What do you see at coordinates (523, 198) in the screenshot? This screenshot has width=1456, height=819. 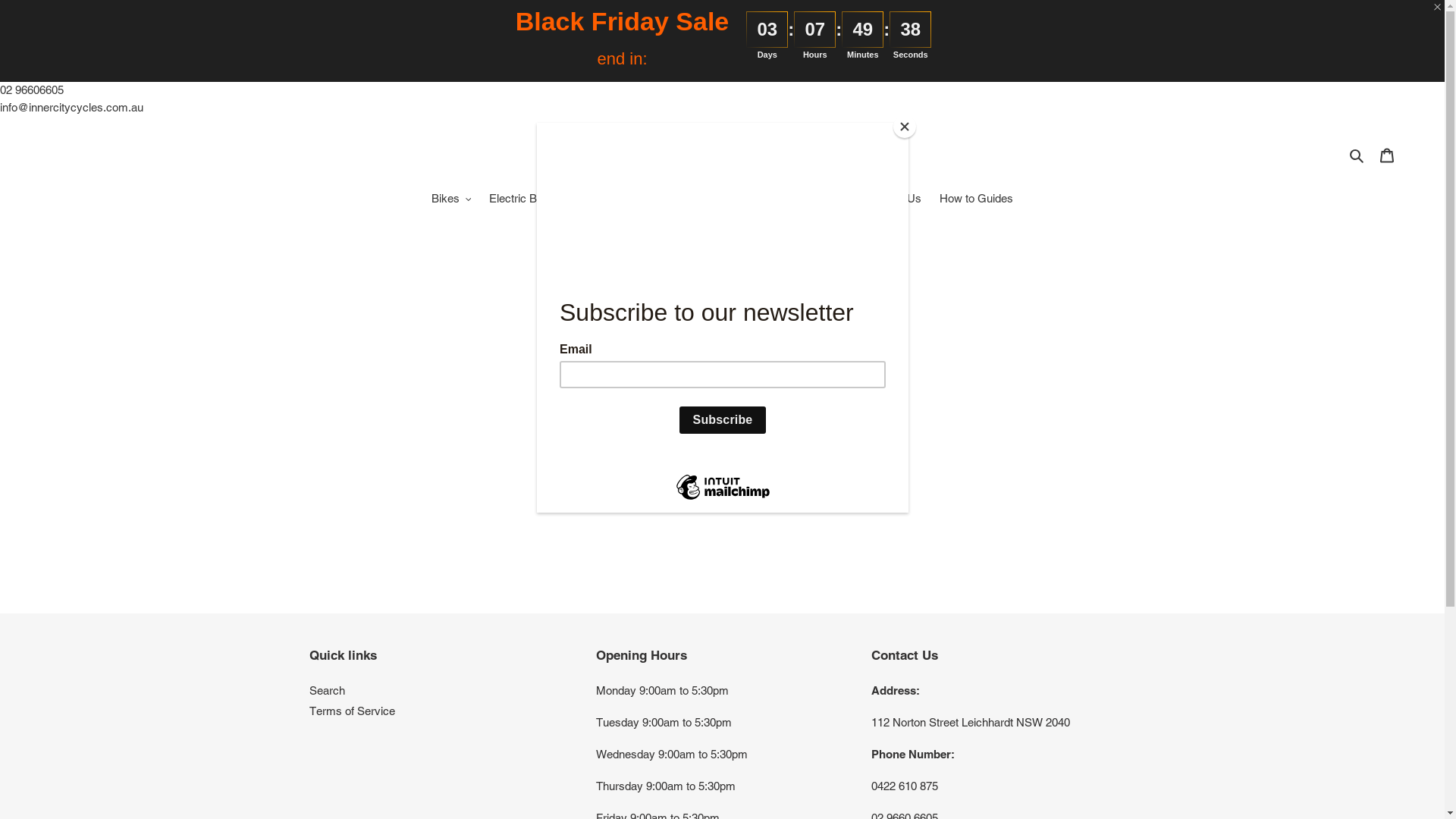 I see `'Electric Bikes'` at bounding box center [523, 198].